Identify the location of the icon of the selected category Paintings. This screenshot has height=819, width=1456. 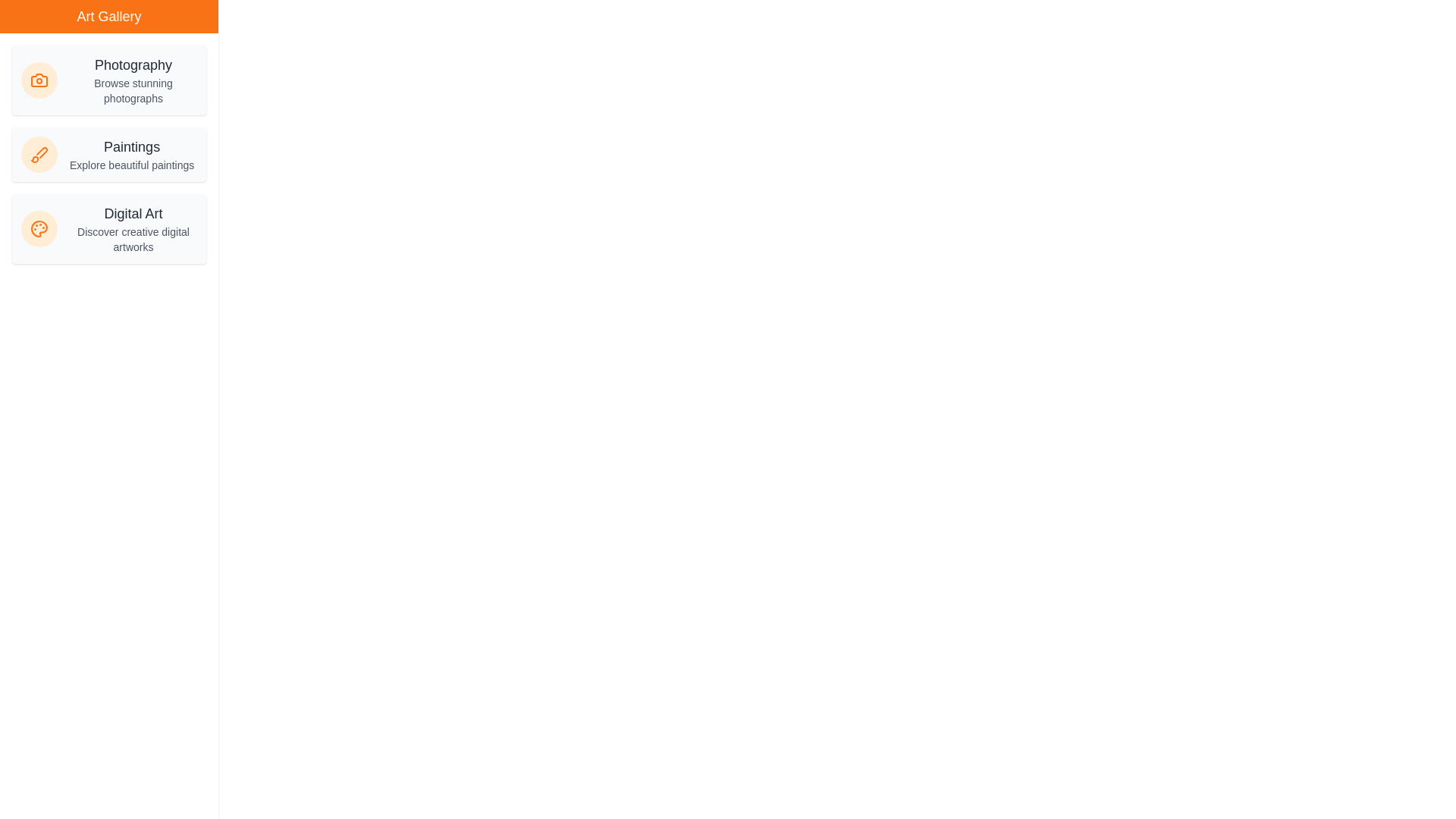
(39, 155).